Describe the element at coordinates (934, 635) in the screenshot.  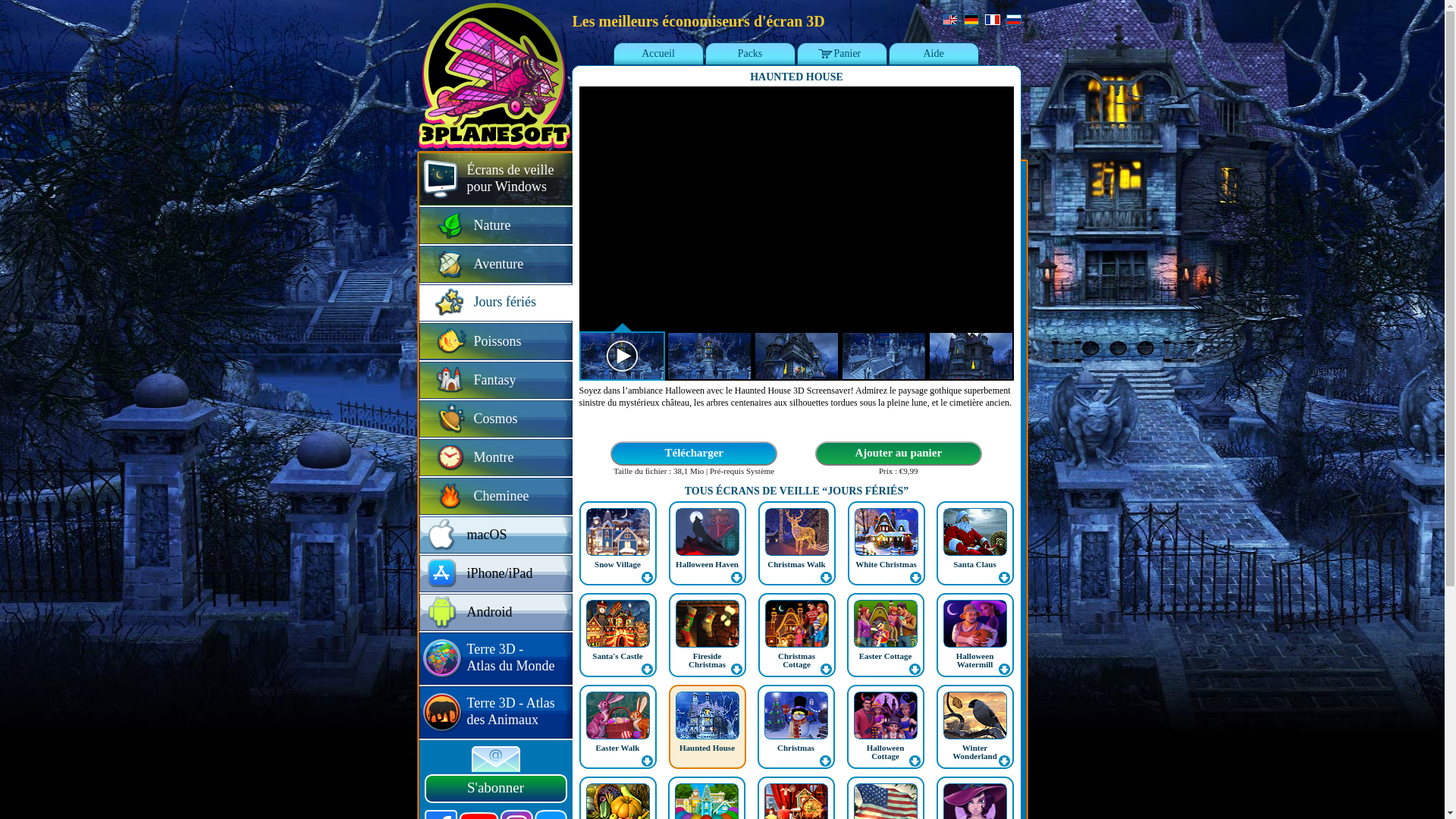
I see `'Halloween Watermill'` at that location.